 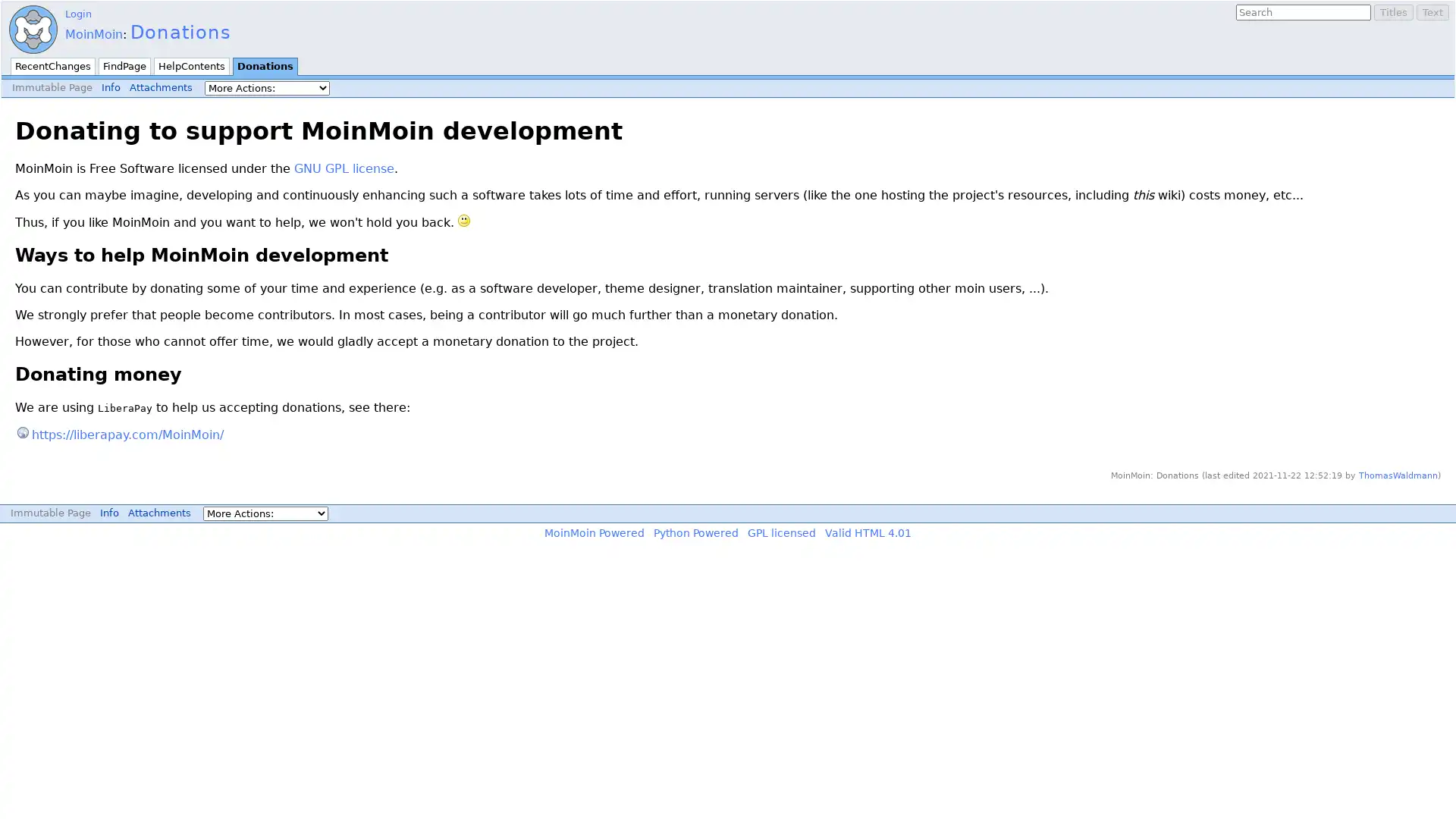 What do you see at coordinates (1394, 12) in the screenshot?
I see `Titles` at bounding box center [1394, 12].